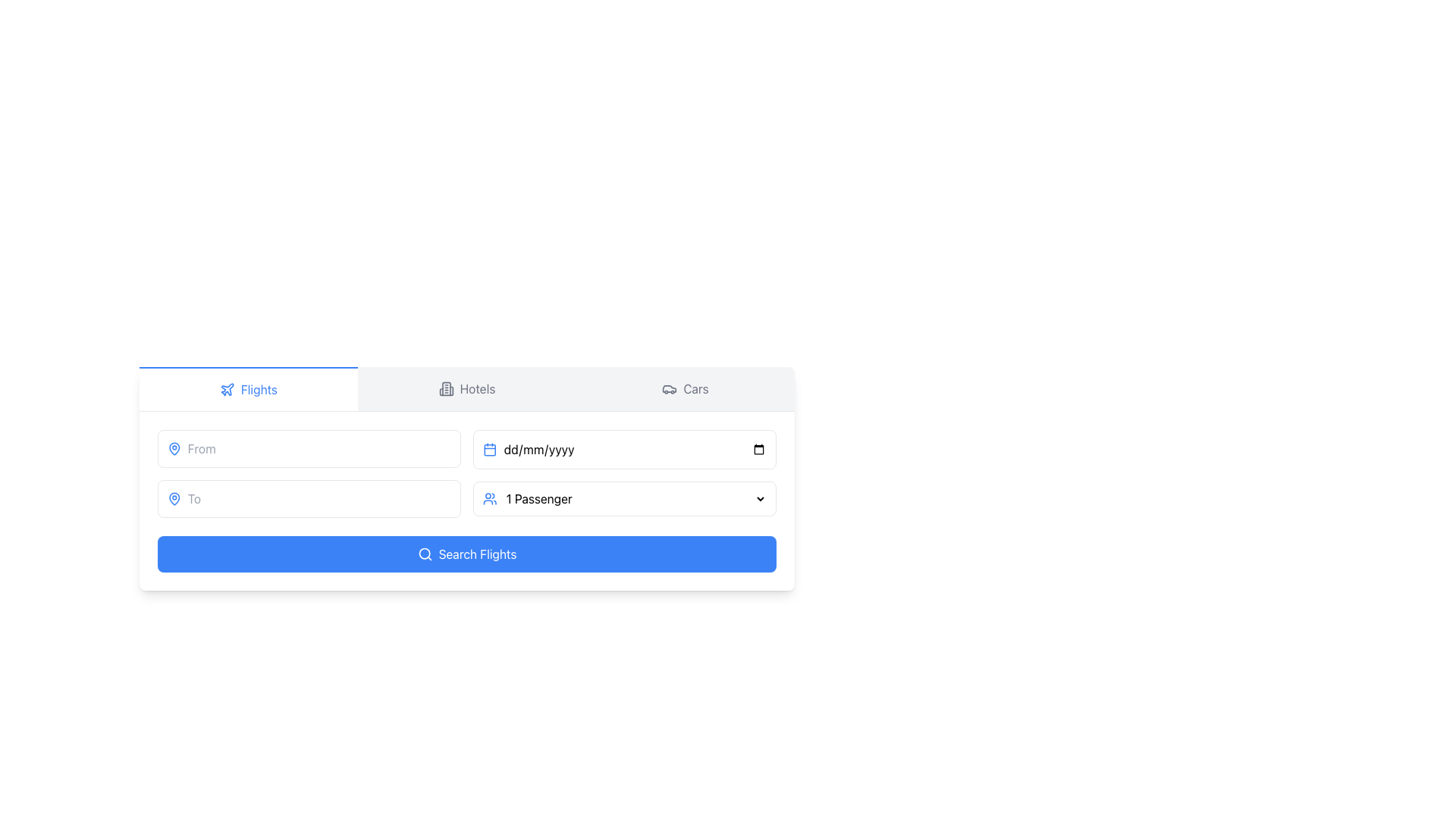 Image resolution: width=1456 pixels, height=819 pixels. What do you see at coordinates (445, 388) in the screenshot?
I see `the 'Hotels' icon in the application menu to visually identify the section` at bounding box center [445, 388].